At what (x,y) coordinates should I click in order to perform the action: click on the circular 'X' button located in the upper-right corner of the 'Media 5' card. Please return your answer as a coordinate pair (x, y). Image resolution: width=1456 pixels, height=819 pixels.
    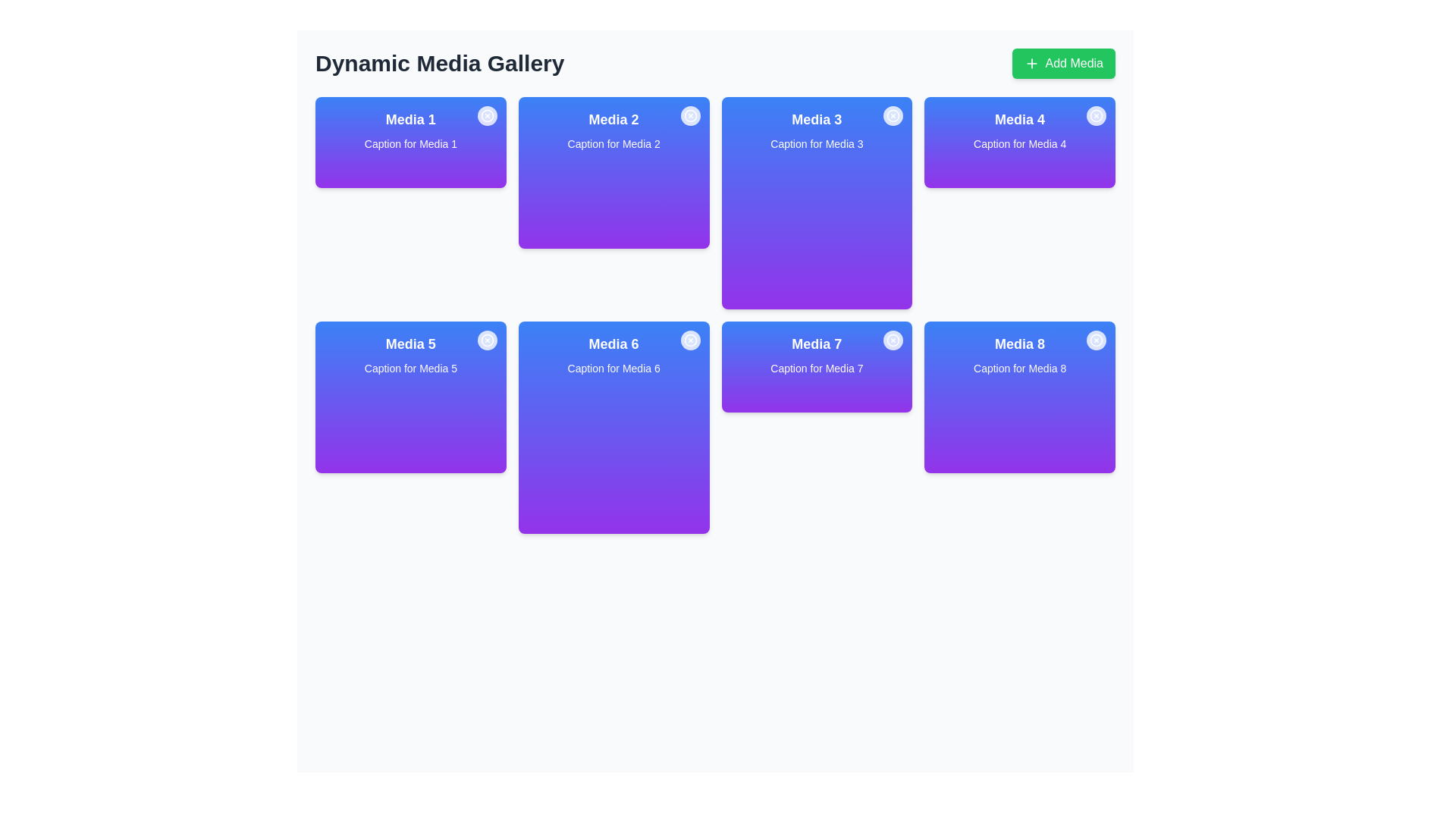
    Looking at the image, I should click on (487, 341).